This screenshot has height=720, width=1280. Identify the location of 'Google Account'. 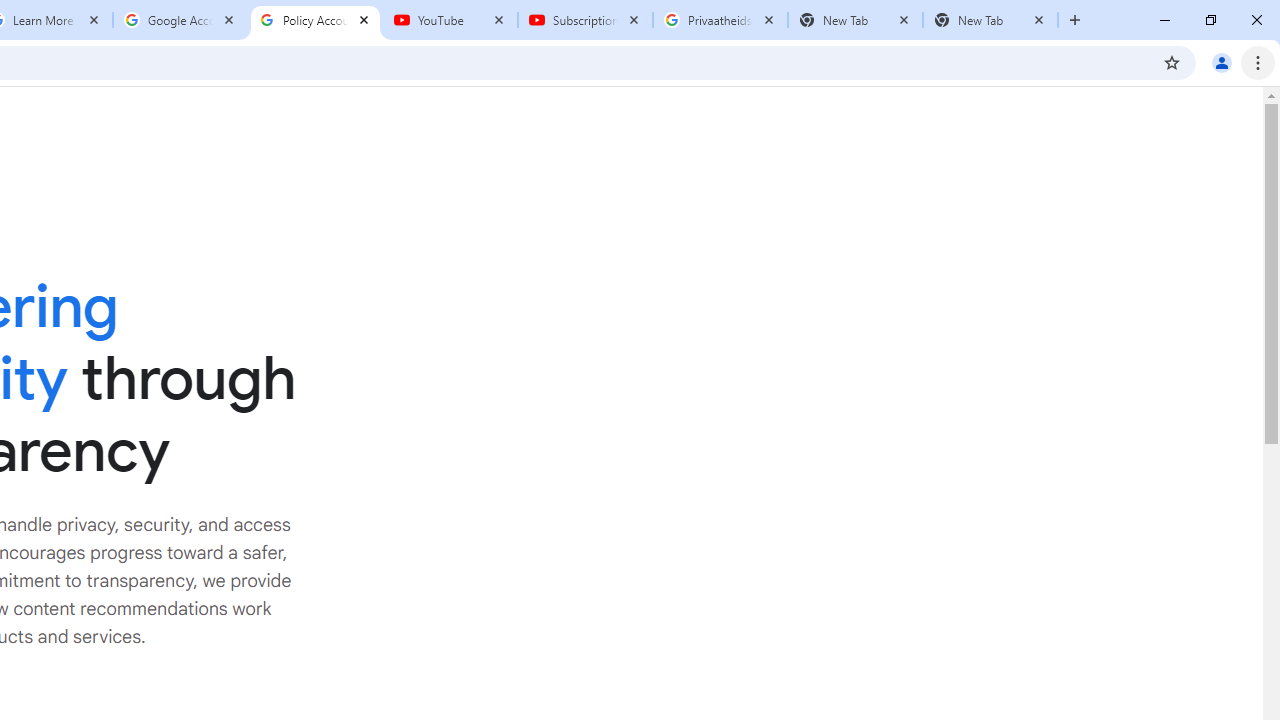
(180, 20).